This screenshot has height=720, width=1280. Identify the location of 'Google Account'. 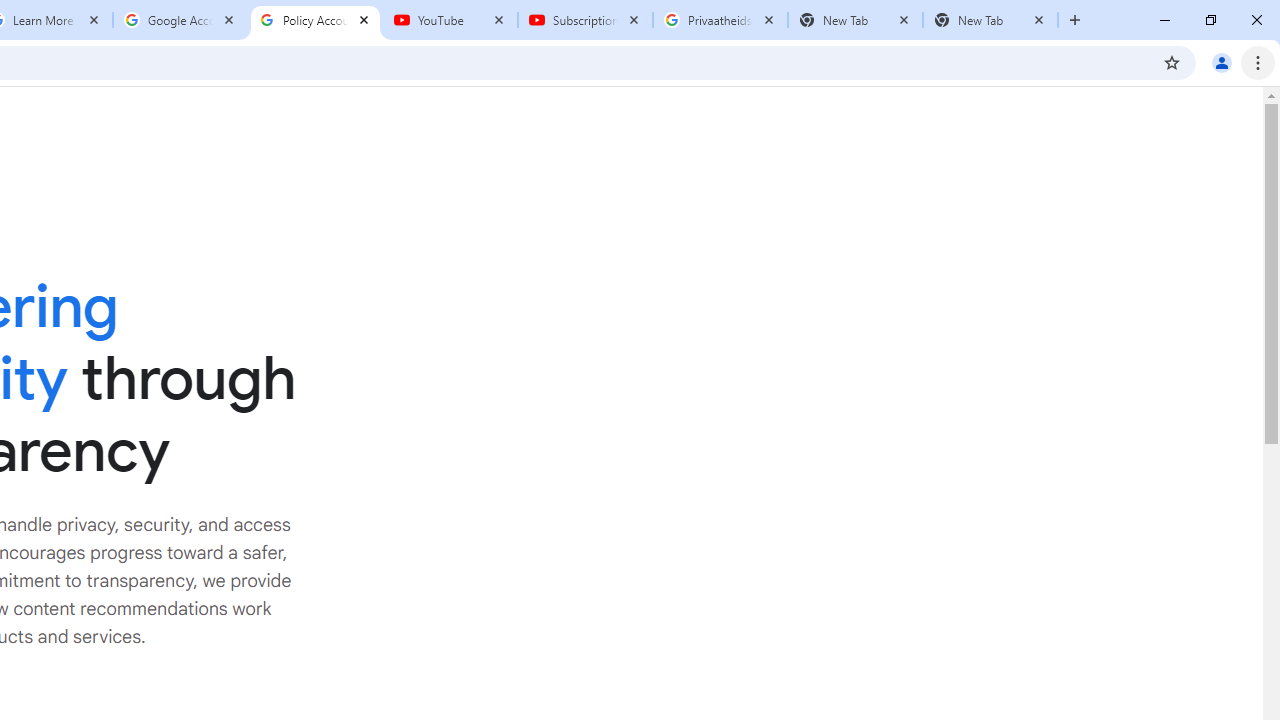
(180, 20).